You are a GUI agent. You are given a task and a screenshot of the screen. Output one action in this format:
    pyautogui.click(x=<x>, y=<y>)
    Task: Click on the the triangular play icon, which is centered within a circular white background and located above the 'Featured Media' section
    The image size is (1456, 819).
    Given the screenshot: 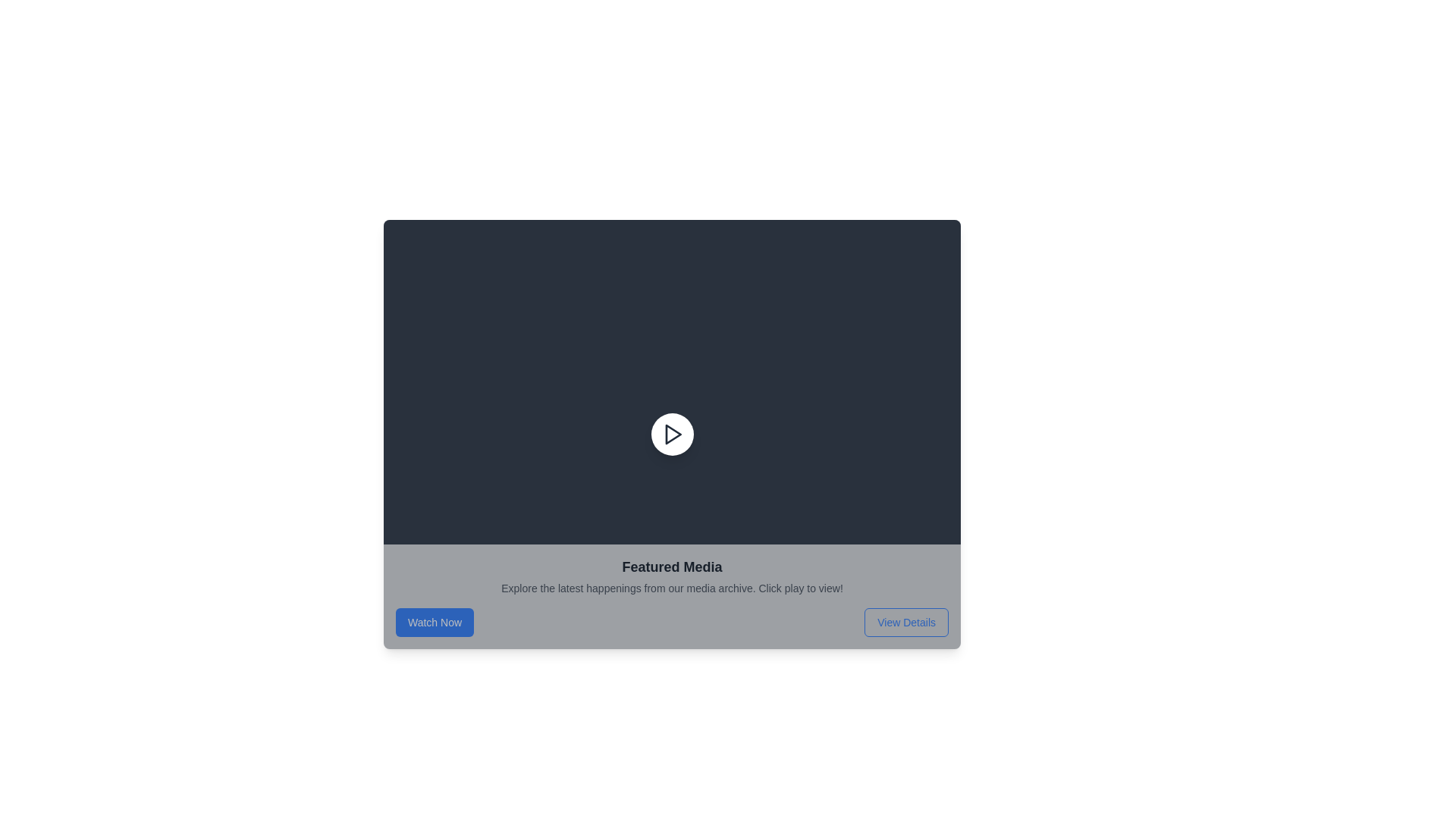 What is the action you would take?
    pyautogui.click(x=671, y=435)
    